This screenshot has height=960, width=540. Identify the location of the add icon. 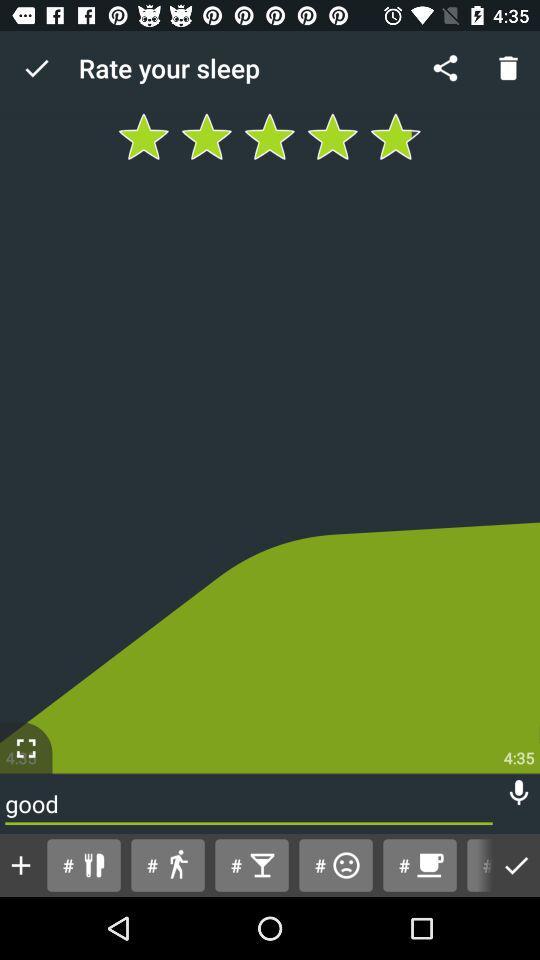
(20, 864).